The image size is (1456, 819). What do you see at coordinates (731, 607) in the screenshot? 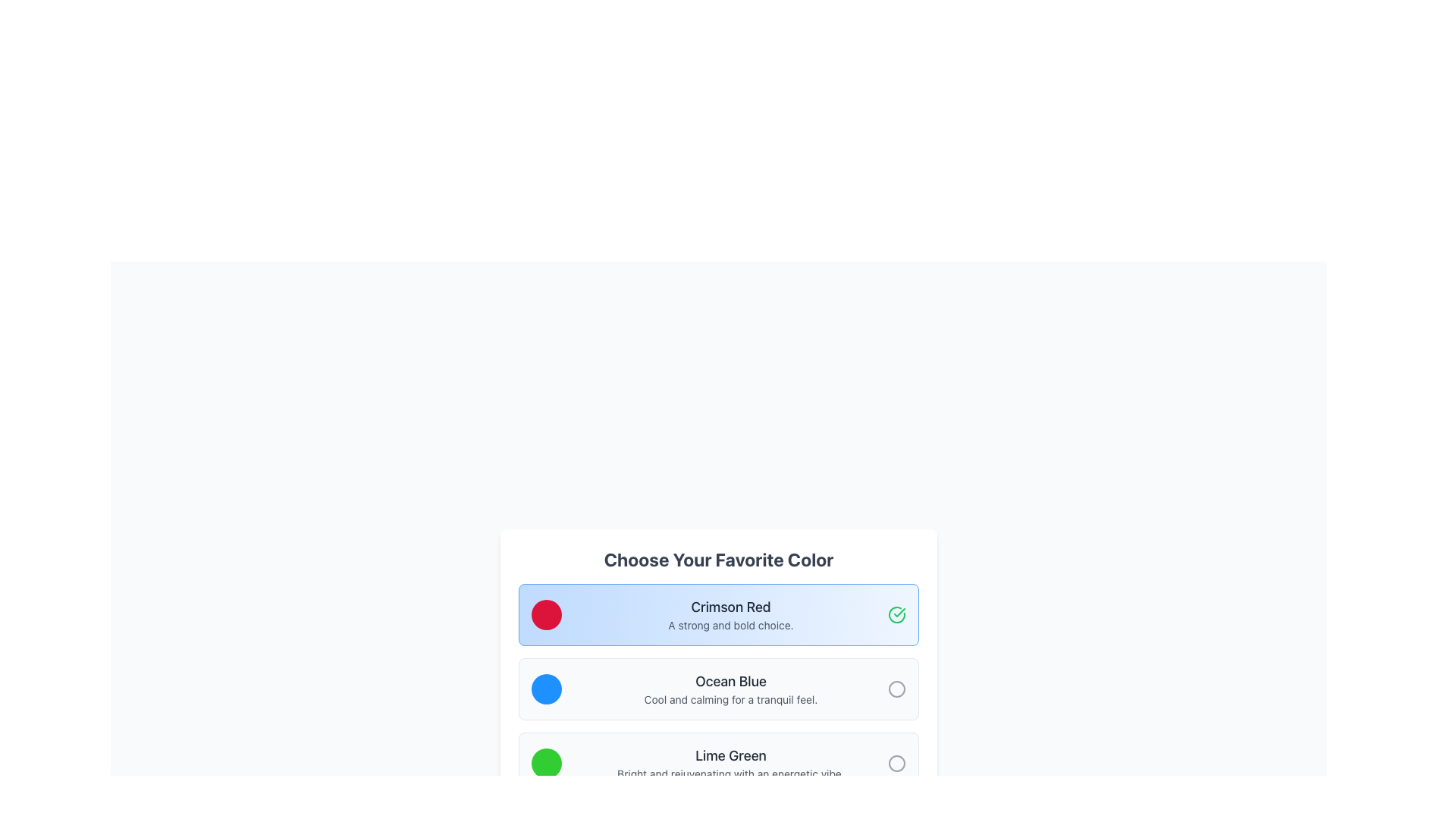
I see `the text label displaying 'Crimson Red'` at bounding box center [731, 607].